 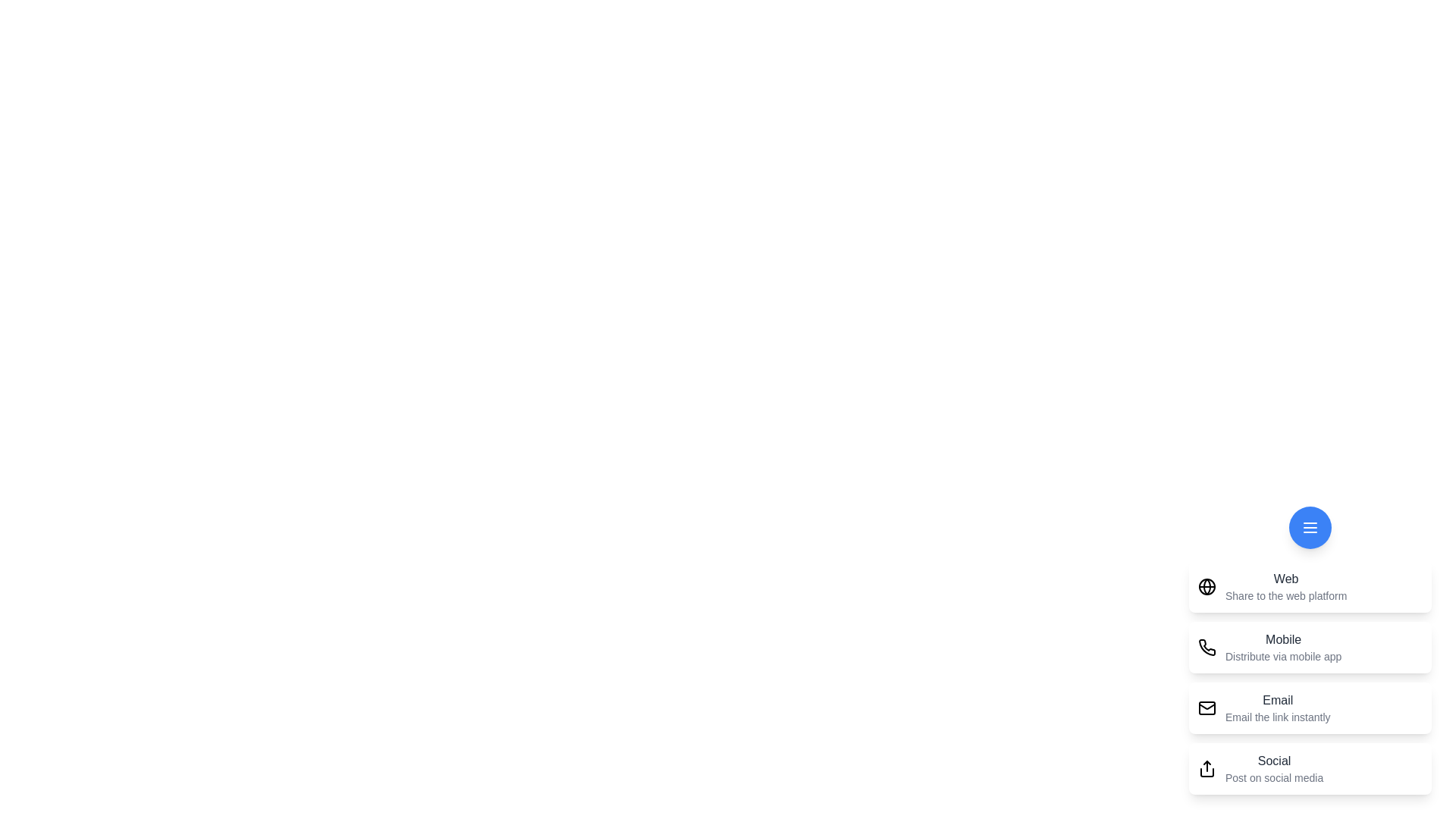 I want to click on the sharing option Web from the menu, so click(x=1310, y=586).